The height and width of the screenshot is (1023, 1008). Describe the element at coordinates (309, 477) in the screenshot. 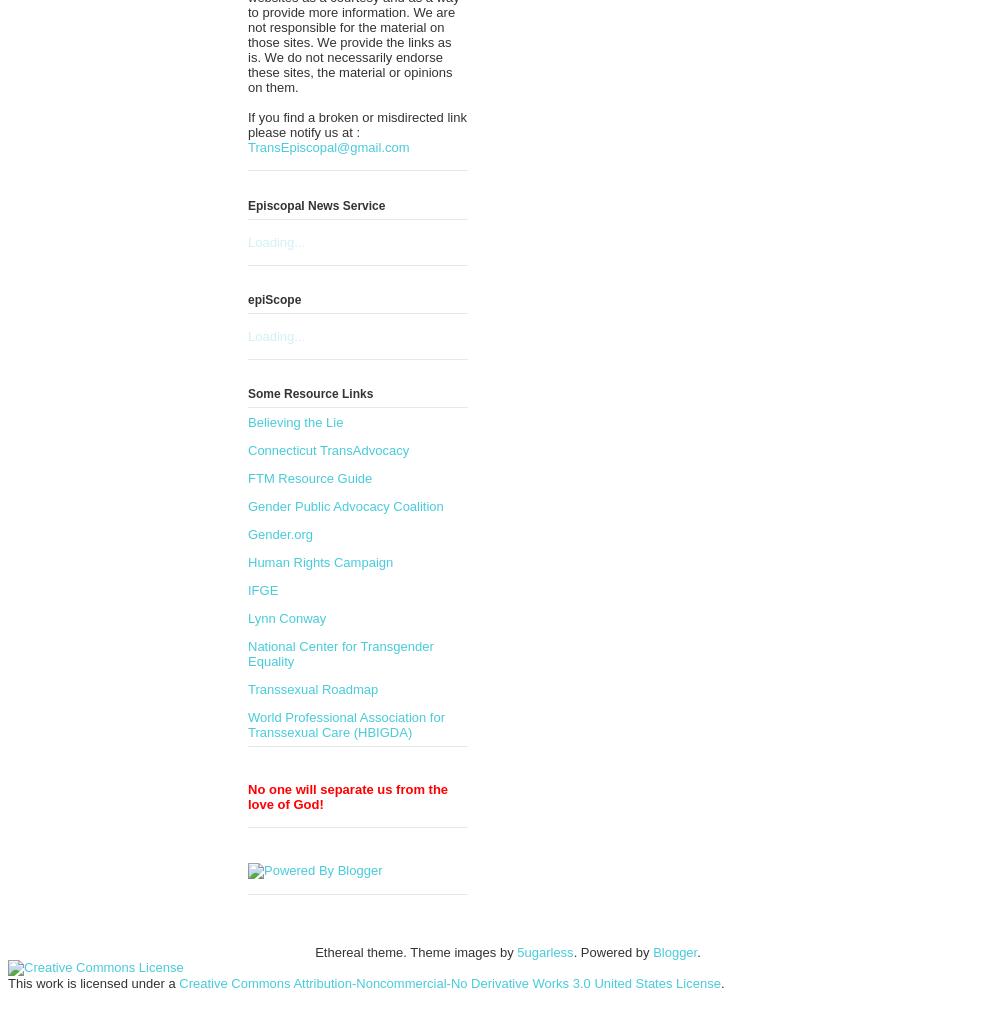

I see `'FTM Resource Guide'` at that location.